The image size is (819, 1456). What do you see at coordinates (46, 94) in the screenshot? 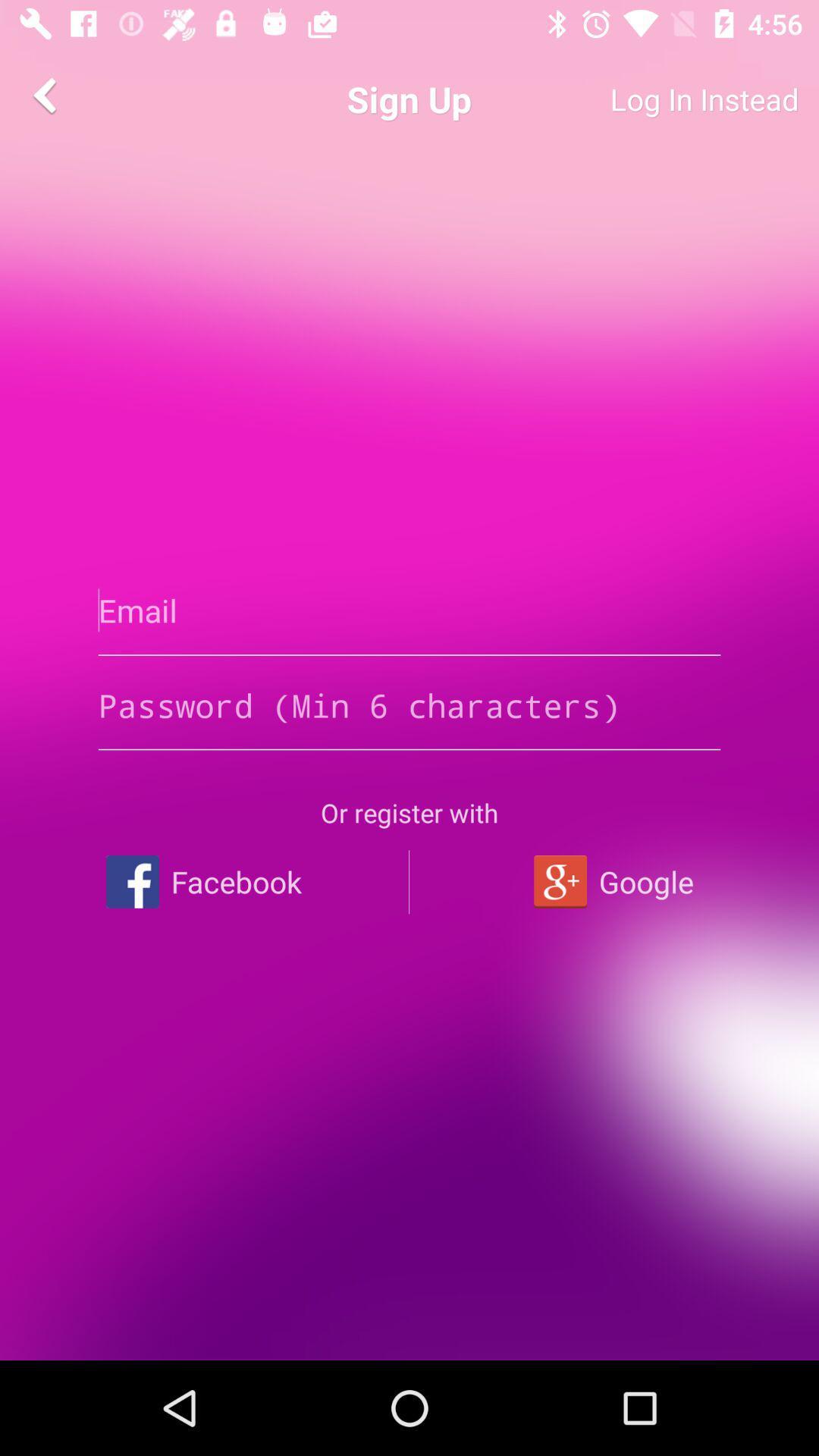
I see `app to the left of sign up` at bounding box center [46, 94].